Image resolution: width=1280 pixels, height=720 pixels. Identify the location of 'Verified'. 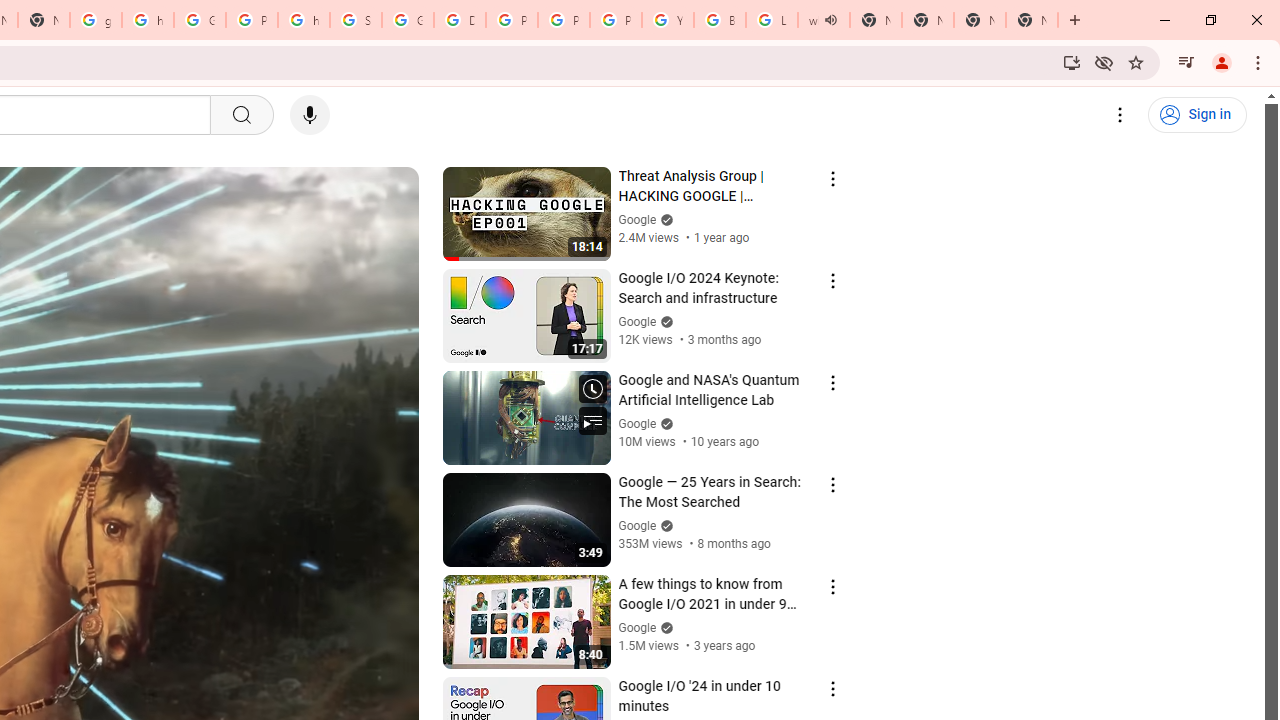
(664, 626).